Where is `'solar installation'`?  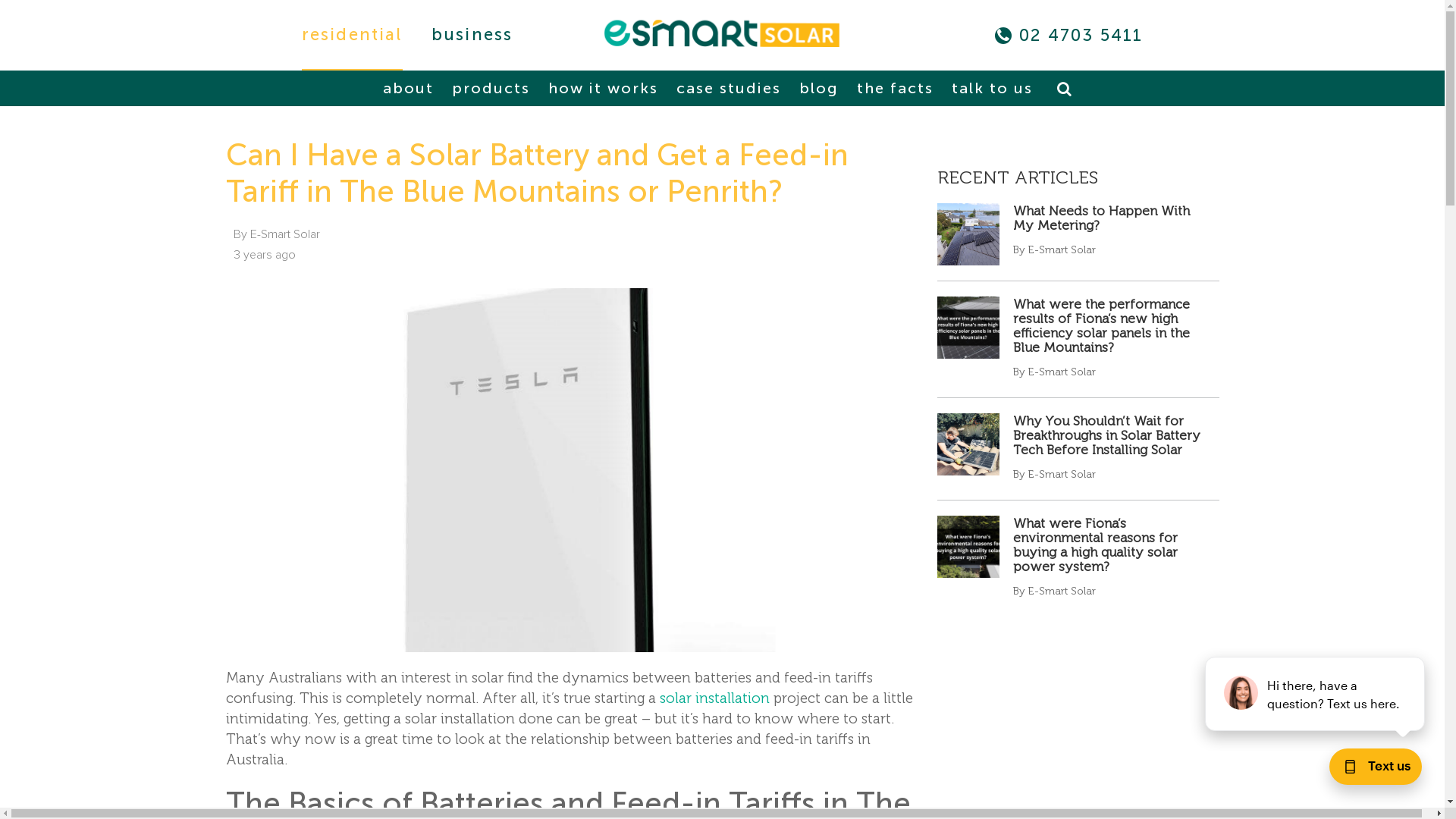
'solar installation' is located at coordinates (659, 698).